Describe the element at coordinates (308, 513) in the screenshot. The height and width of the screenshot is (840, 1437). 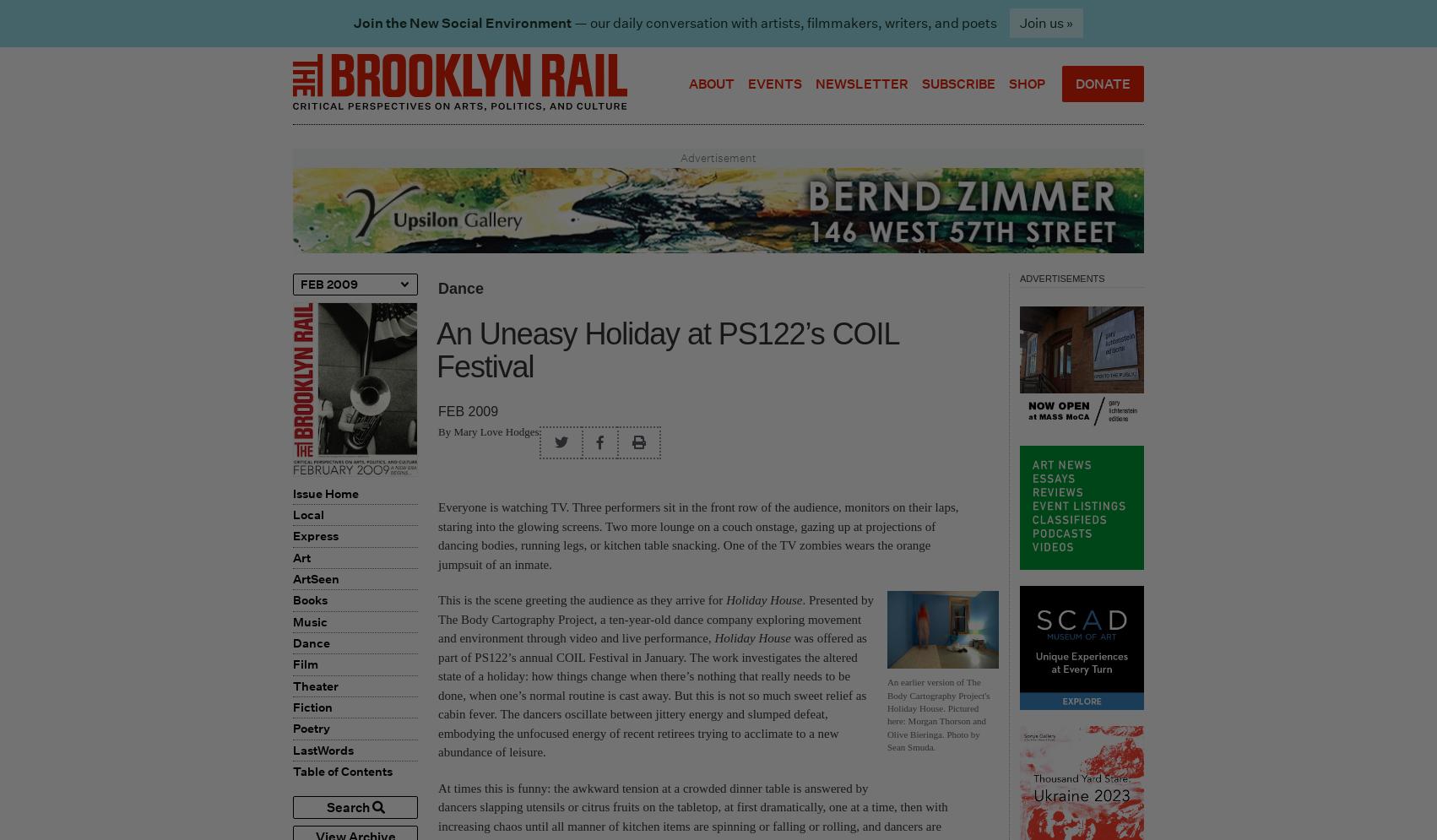
I see `'Local'` at that location.